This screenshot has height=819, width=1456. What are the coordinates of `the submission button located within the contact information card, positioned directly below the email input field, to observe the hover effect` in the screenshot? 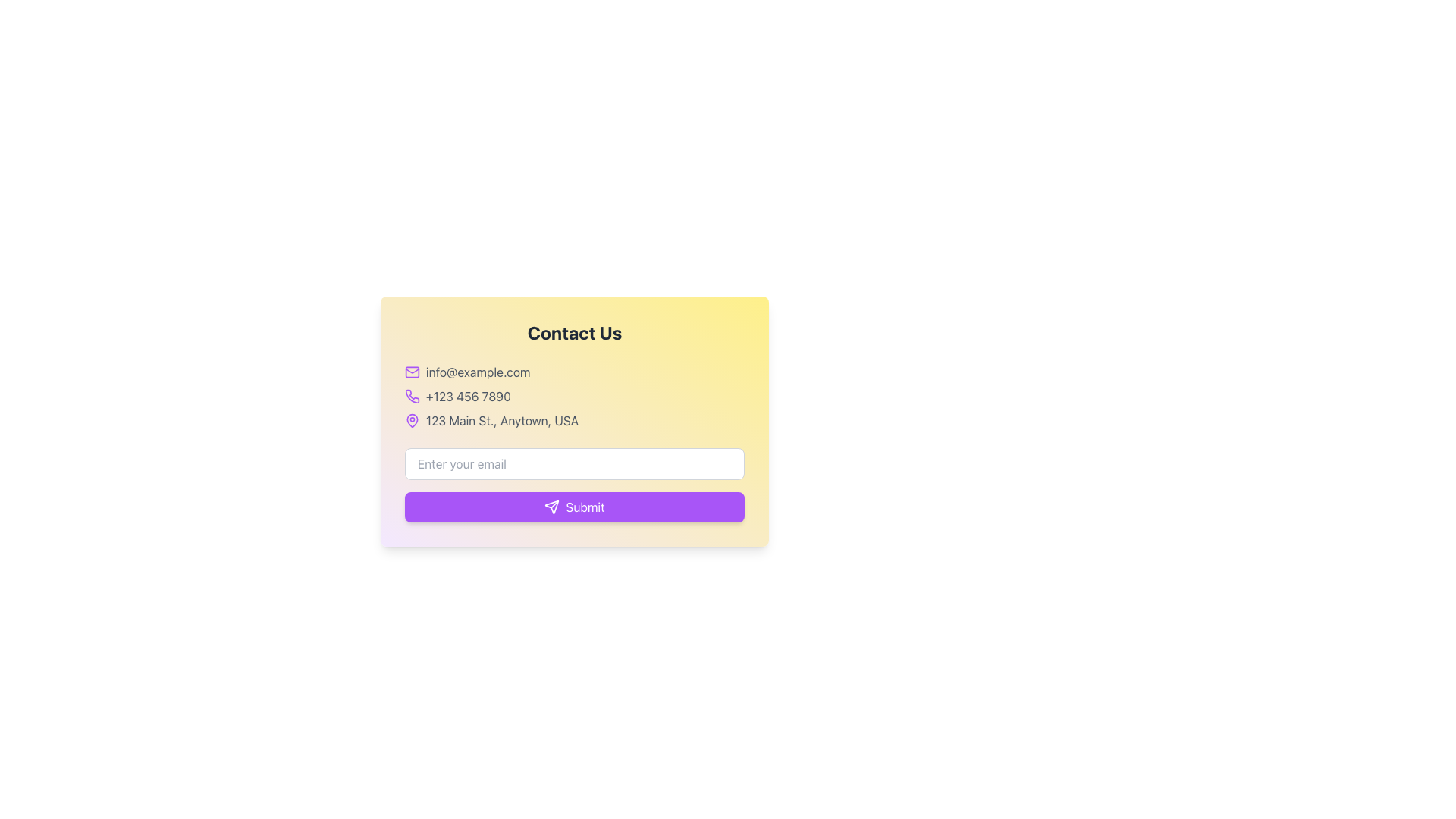 It's located at (574, 507).